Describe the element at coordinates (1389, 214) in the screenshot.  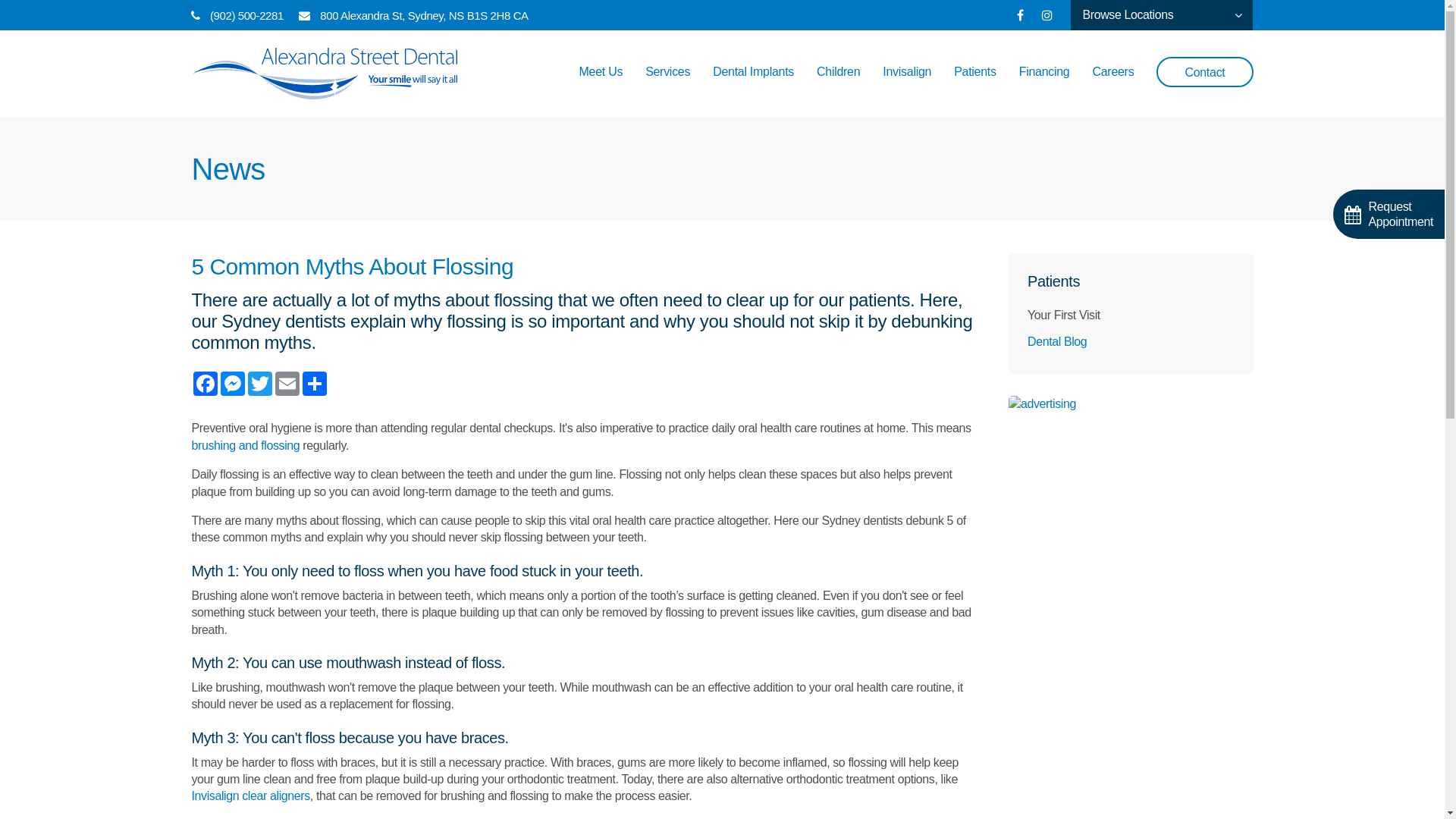
I see `'Request` at that location.